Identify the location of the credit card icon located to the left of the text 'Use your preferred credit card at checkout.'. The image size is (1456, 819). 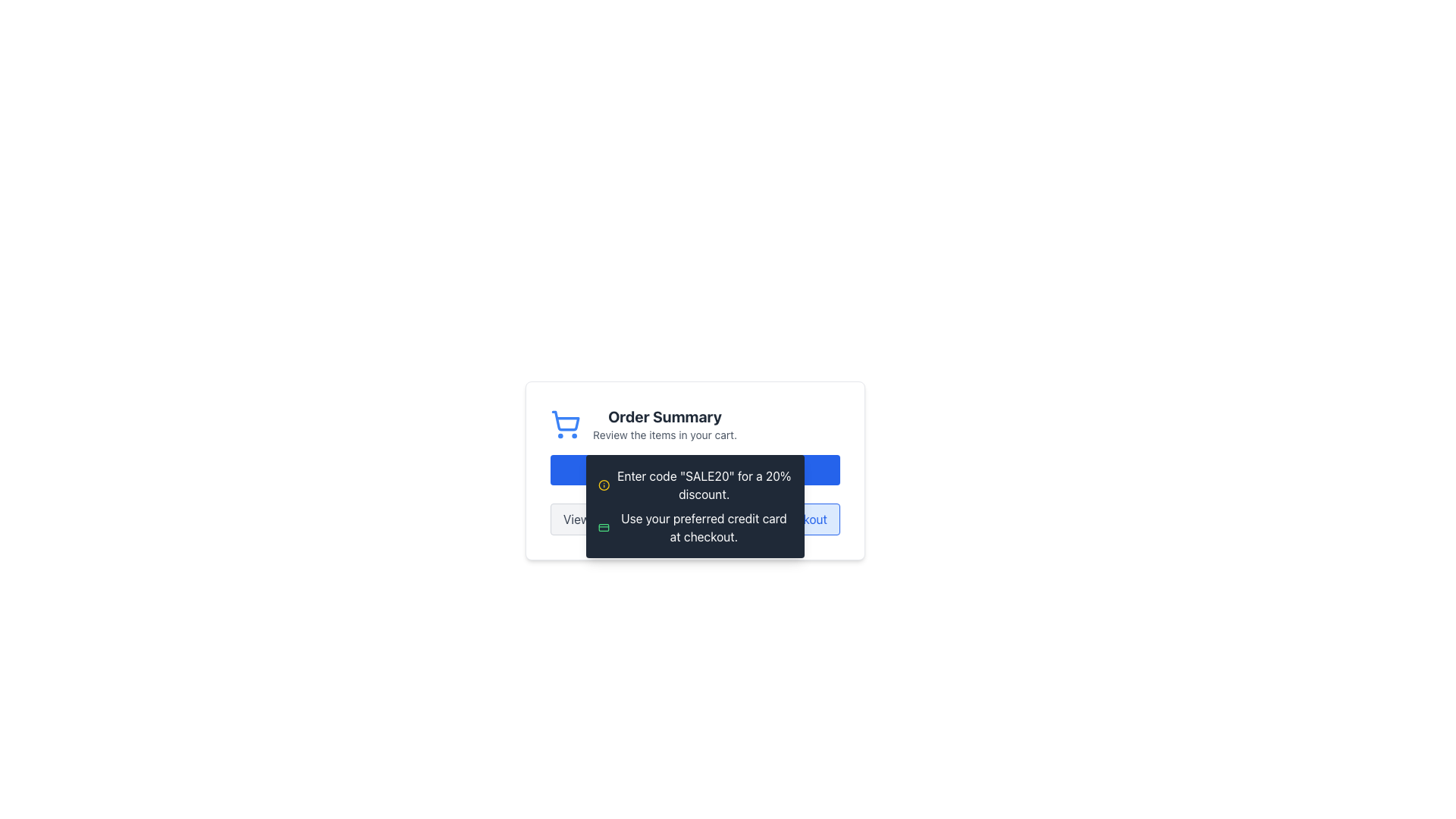
(603, 526).